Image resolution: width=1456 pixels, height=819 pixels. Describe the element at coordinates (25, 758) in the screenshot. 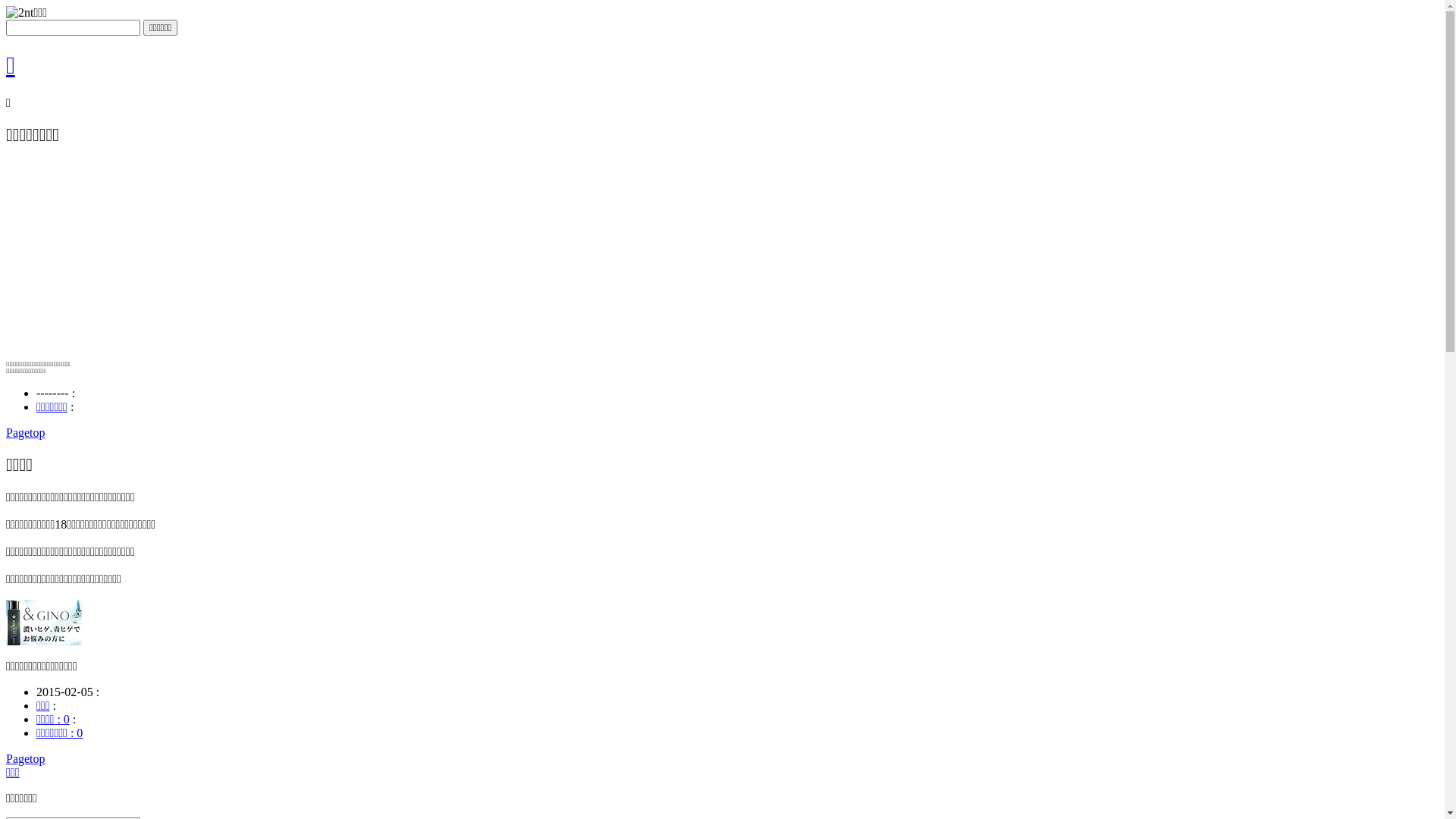

I see `'Pagetop'` at that location.